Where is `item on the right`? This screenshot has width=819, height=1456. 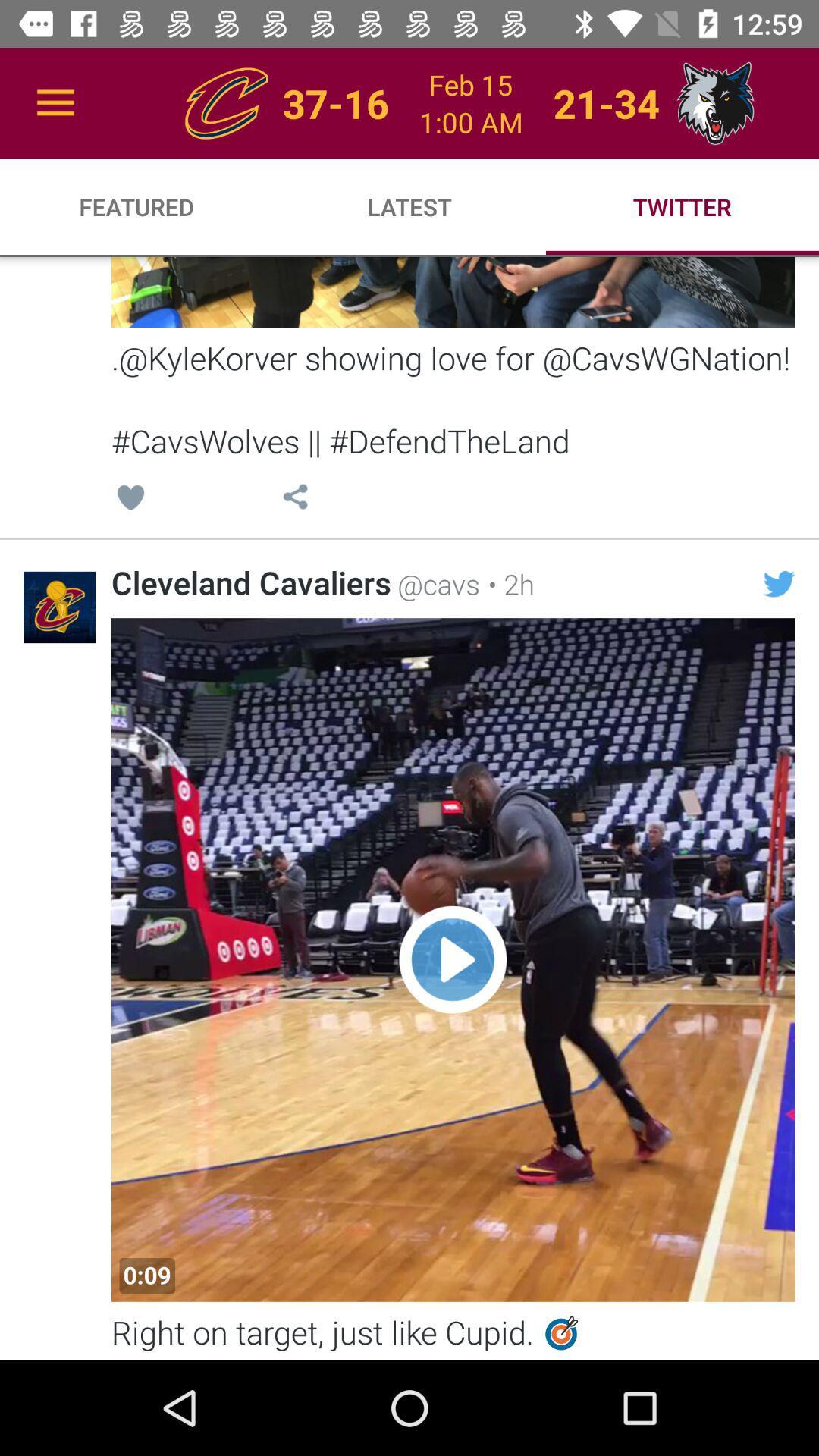 item on the right is located at coordinates (779, 583).